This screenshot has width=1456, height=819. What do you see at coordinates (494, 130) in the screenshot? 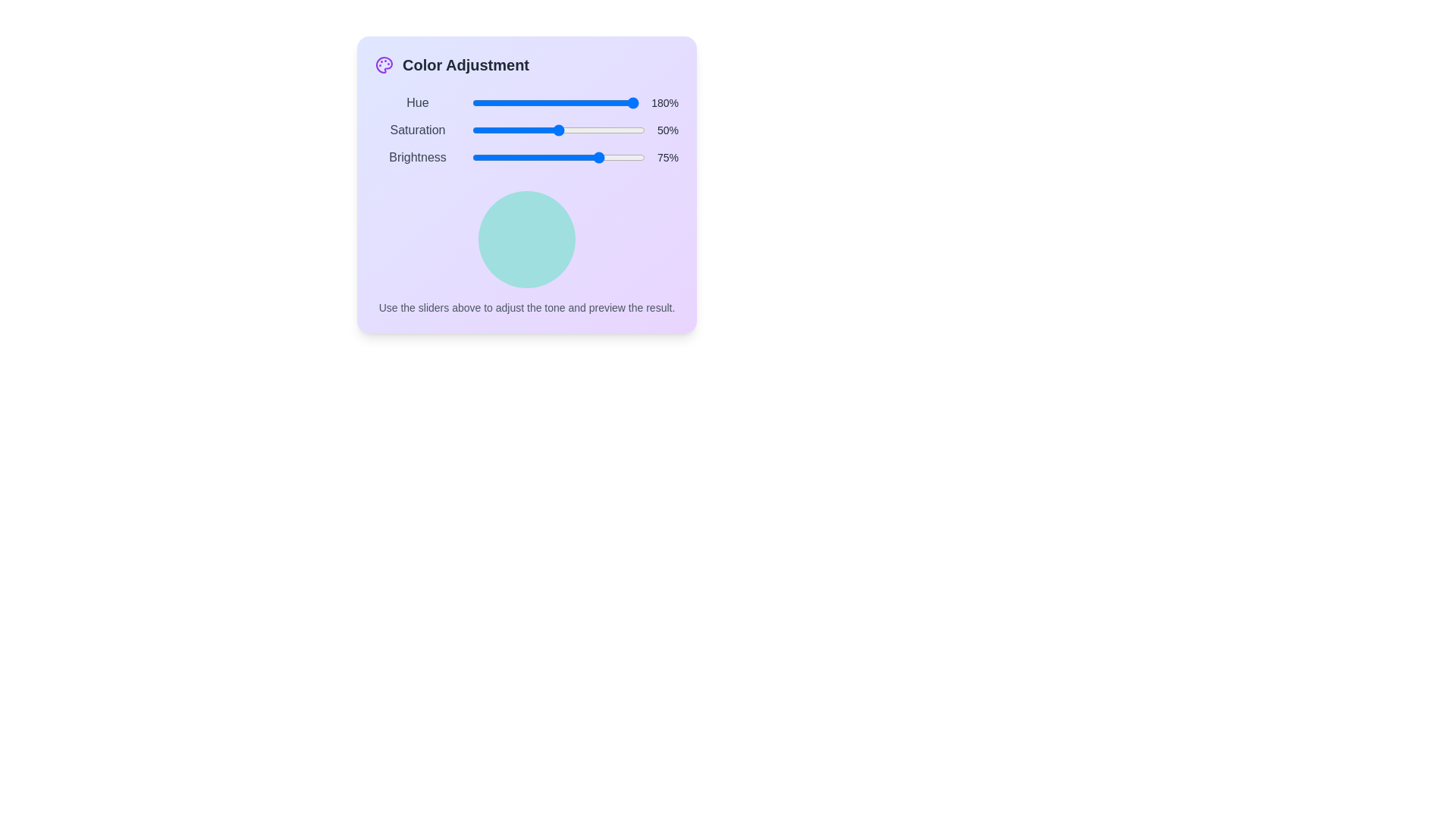
I see `the 'Saturation' slider to 13% by dragging the slider` at bounding box center [494, 130].